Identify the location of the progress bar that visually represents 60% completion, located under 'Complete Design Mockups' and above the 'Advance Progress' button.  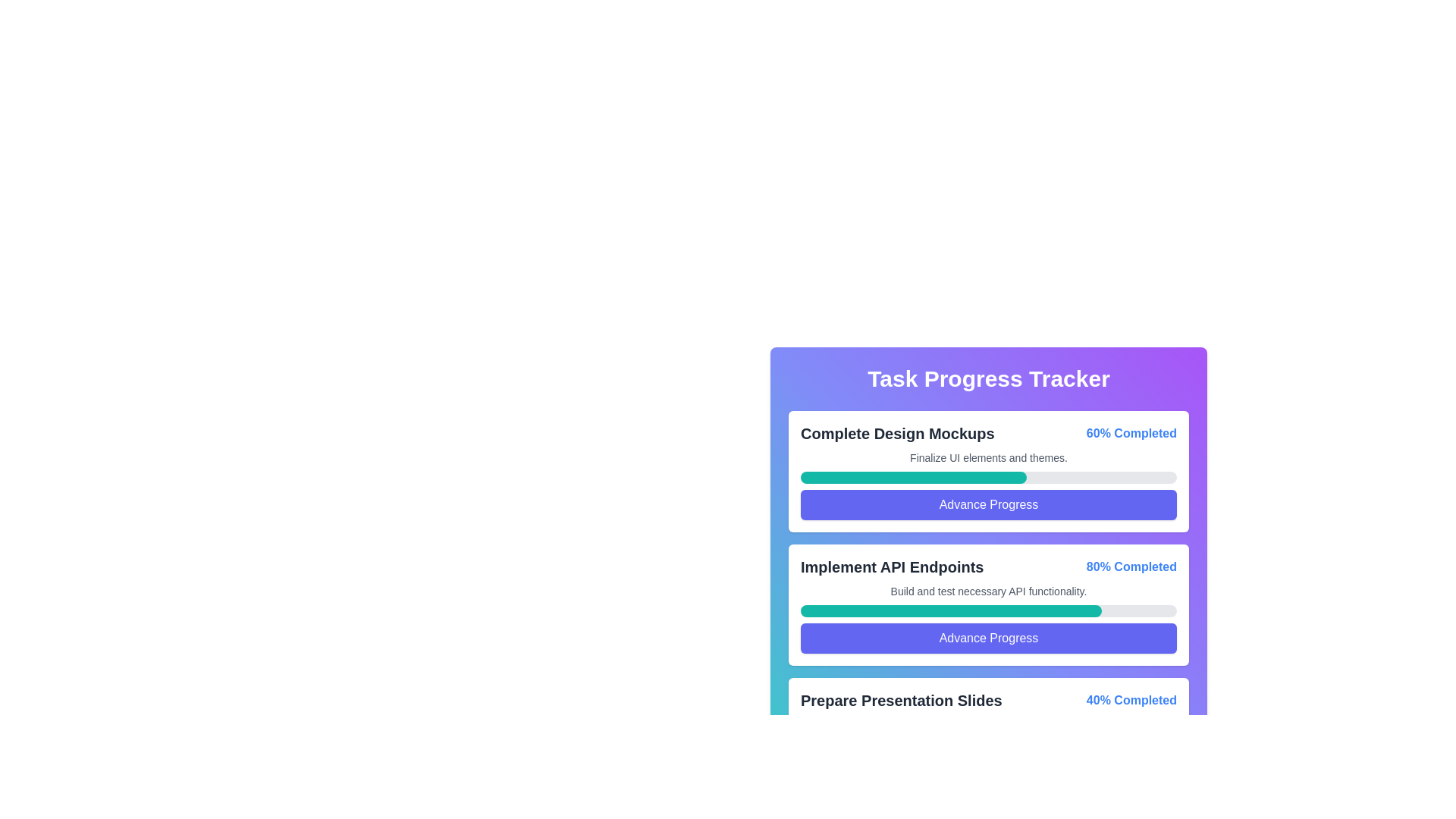
(989, 476).